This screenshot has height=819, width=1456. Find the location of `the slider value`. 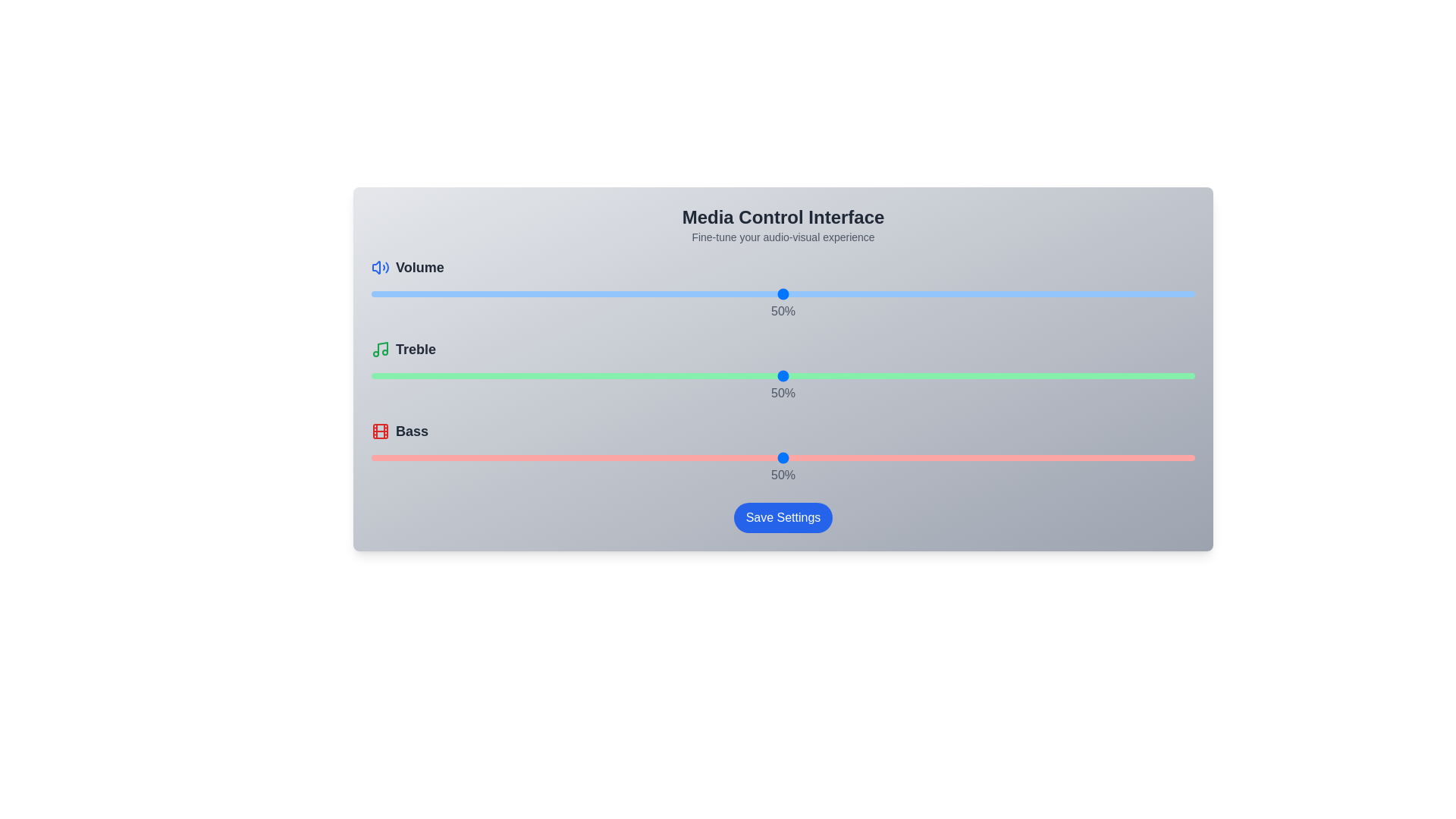

the slider value is located at coordinates (1121, 294).